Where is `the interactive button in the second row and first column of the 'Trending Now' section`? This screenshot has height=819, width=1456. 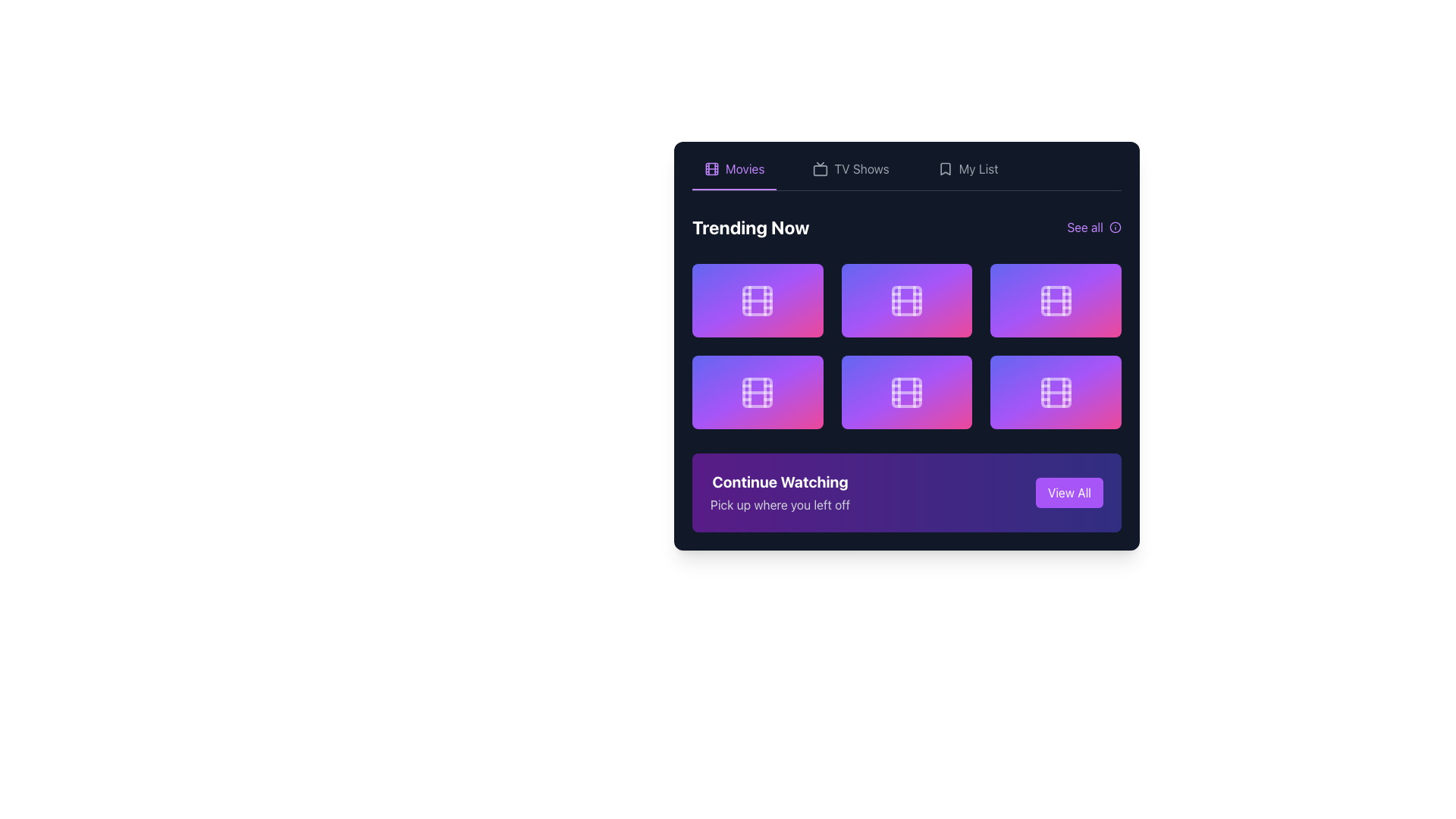 the interactive button in the second row and first column of the 'Trending Now' section is located at coordinates (758, 391).